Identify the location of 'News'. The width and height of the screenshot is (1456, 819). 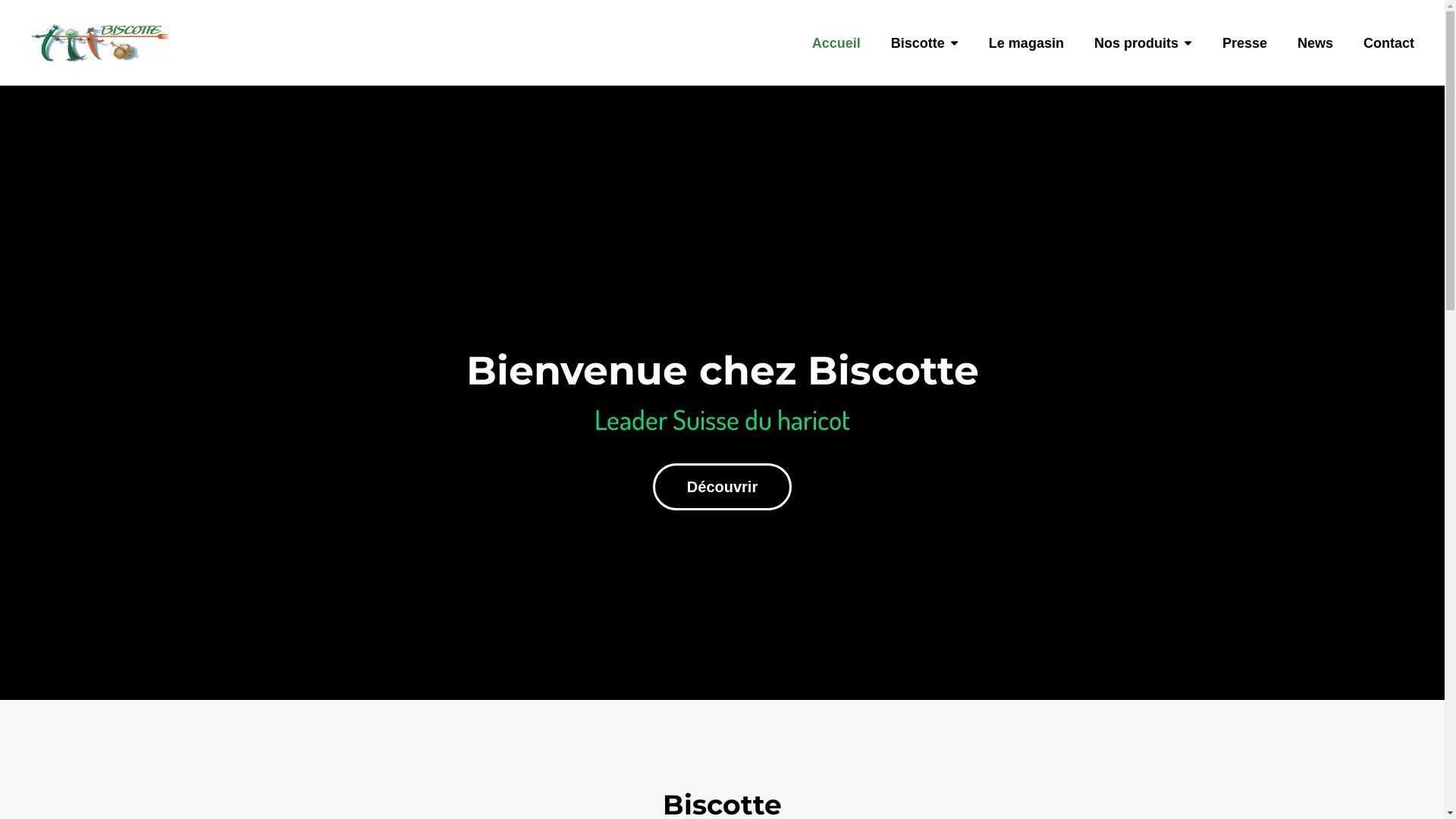
(1314, 60).